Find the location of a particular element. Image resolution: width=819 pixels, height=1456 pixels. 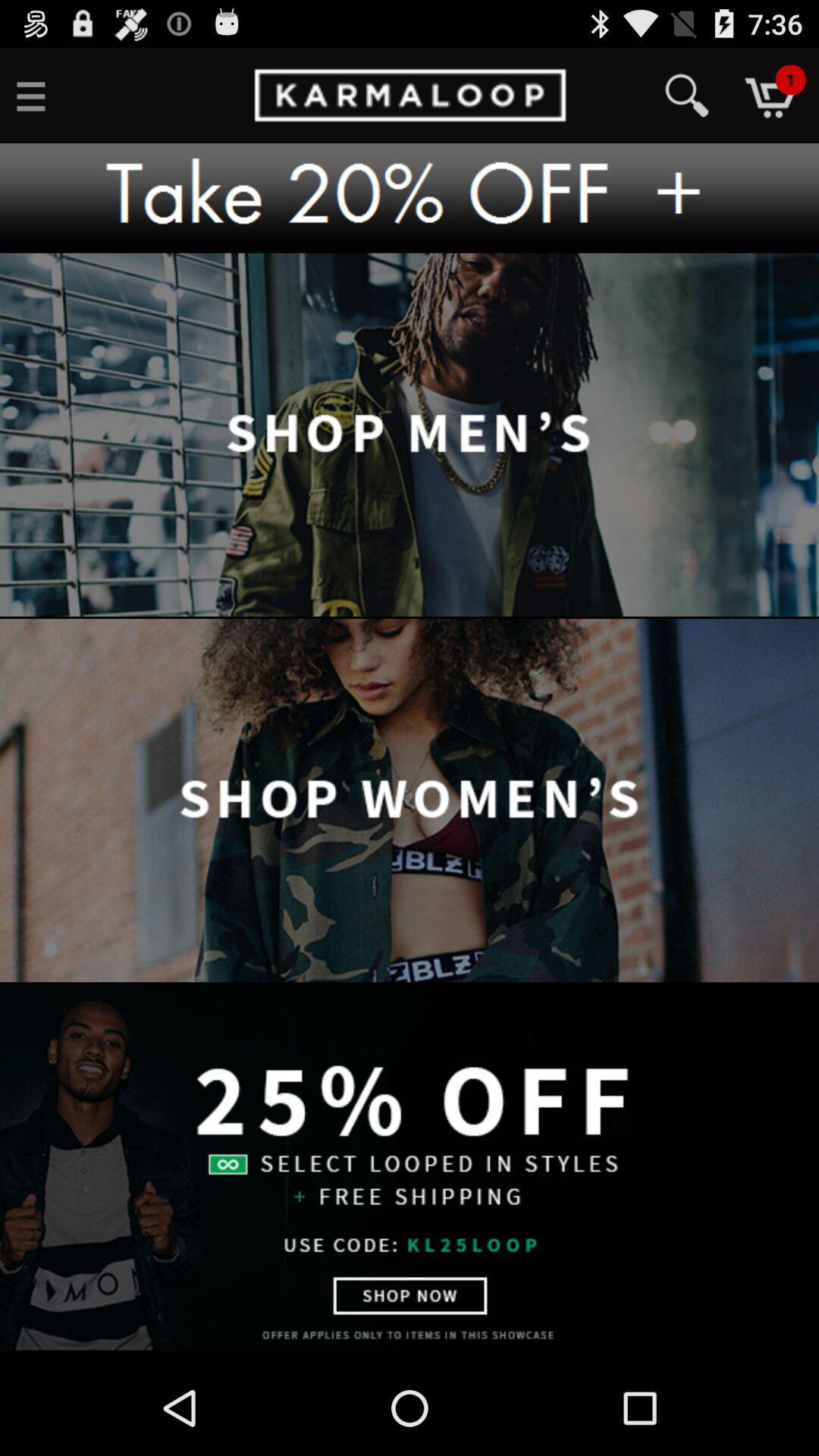

discount banner is located at coordinates (409, 197).